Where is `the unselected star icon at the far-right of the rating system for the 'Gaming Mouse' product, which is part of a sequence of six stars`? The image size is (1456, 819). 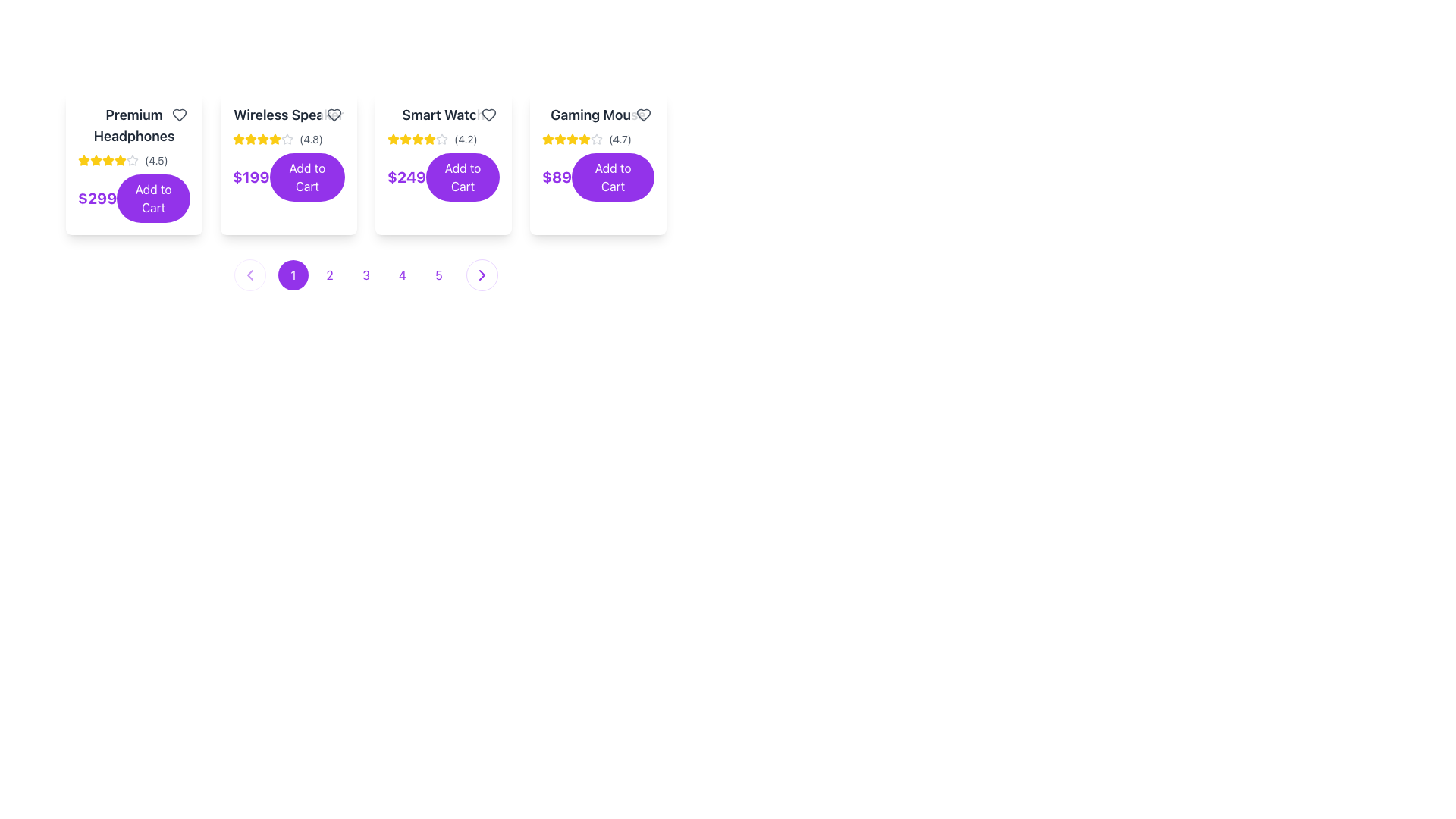 the unselected star icon at the far-right of the rating system for the 'Gaming Mouse' product, which is part of a sequence of six stars is located at coordinates (596, 140).